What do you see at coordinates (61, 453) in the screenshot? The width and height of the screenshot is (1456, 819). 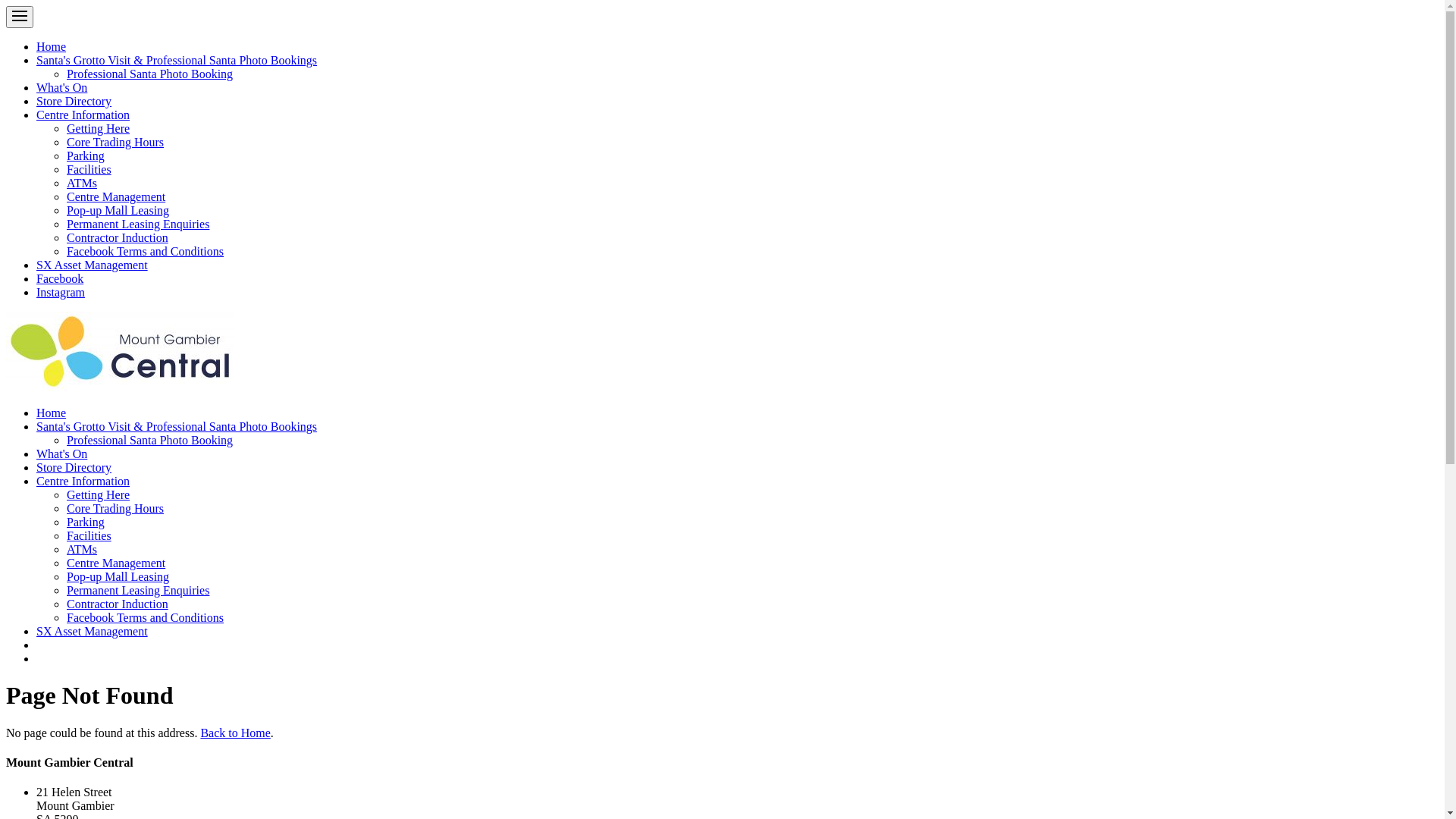 I see `'What's On'` at bounding box center [61, 453].